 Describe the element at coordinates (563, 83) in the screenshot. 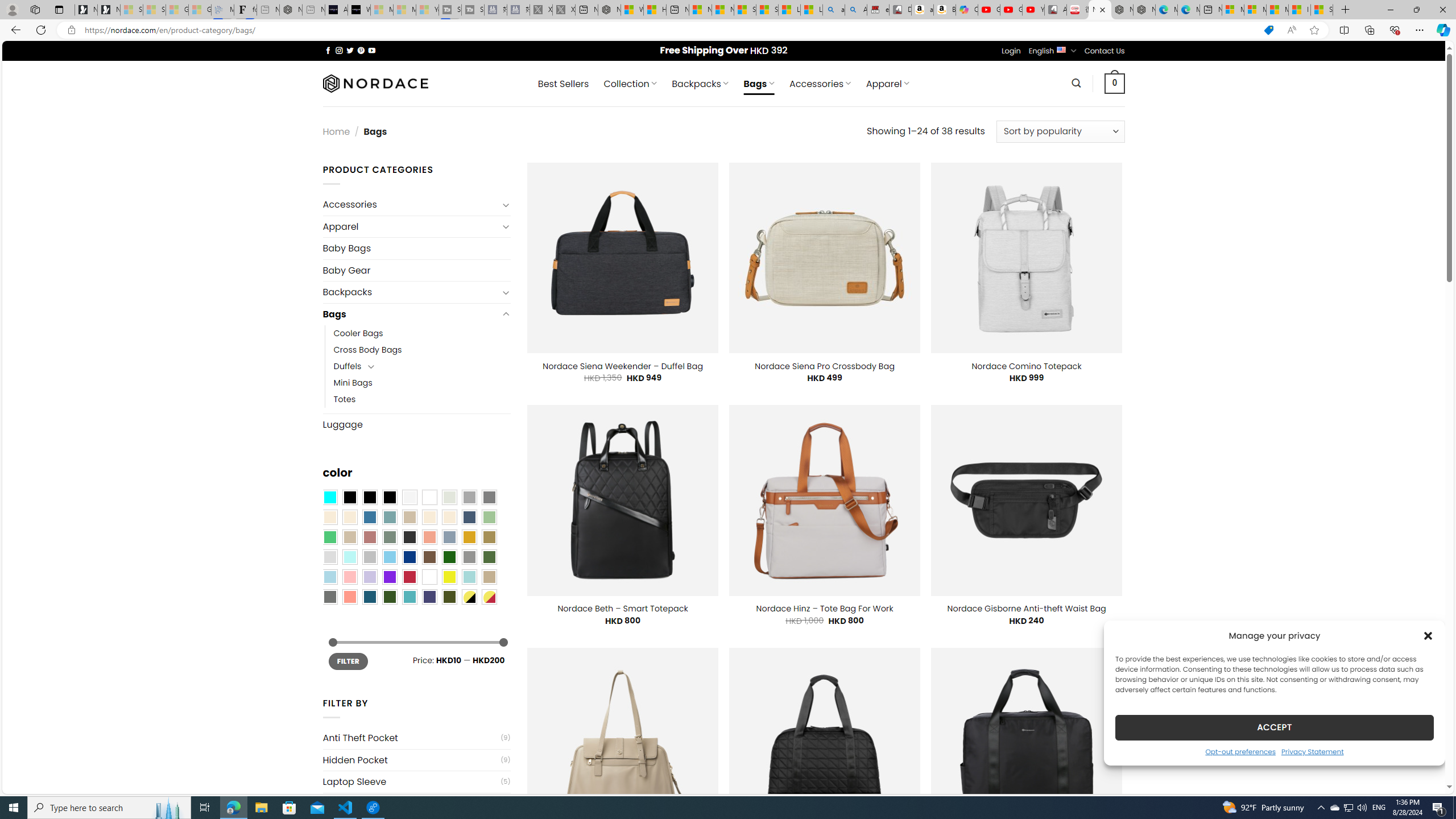

I see `'  Best Sellers'` at that location.